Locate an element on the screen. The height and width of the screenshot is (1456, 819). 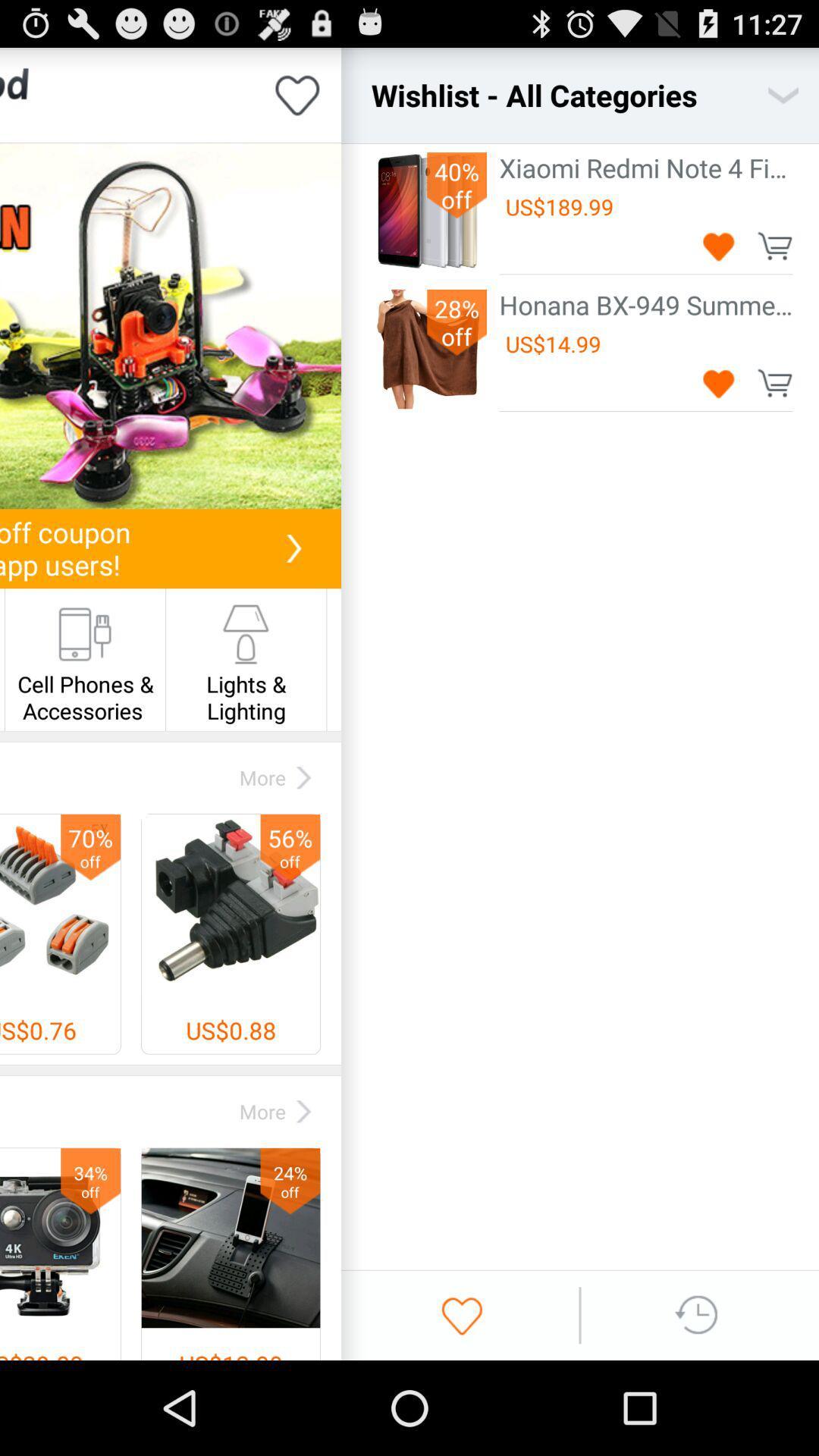
categories is located at coordinates (783, 94).